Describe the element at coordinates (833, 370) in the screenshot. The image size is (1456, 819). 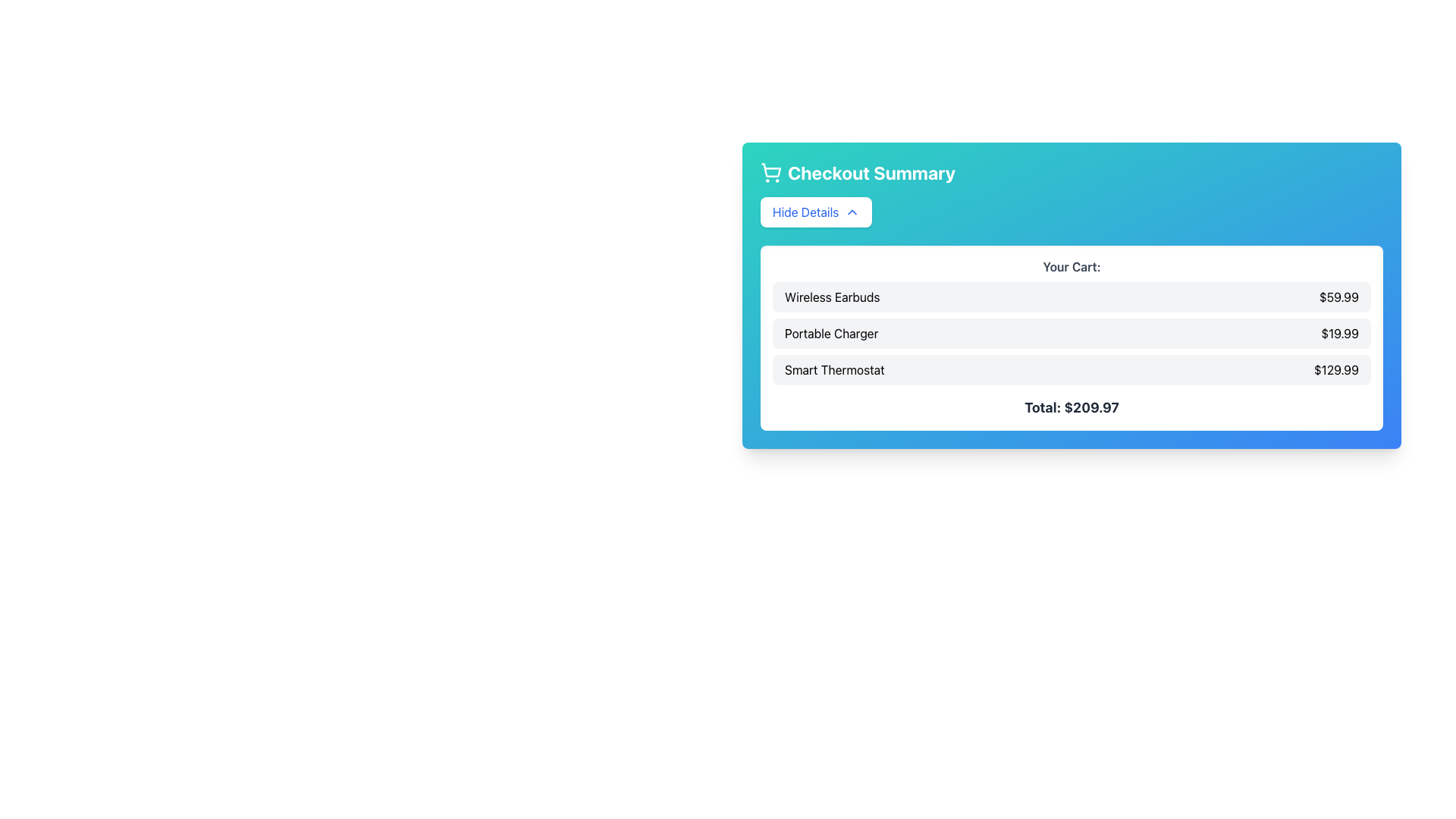
I see `the 'Smart Thermostat' text label located in the 'Checkout Summary' section under the 'Your Cart' column, which is styled in black text on a light gray background and positioned as the third item in the list` at that location.